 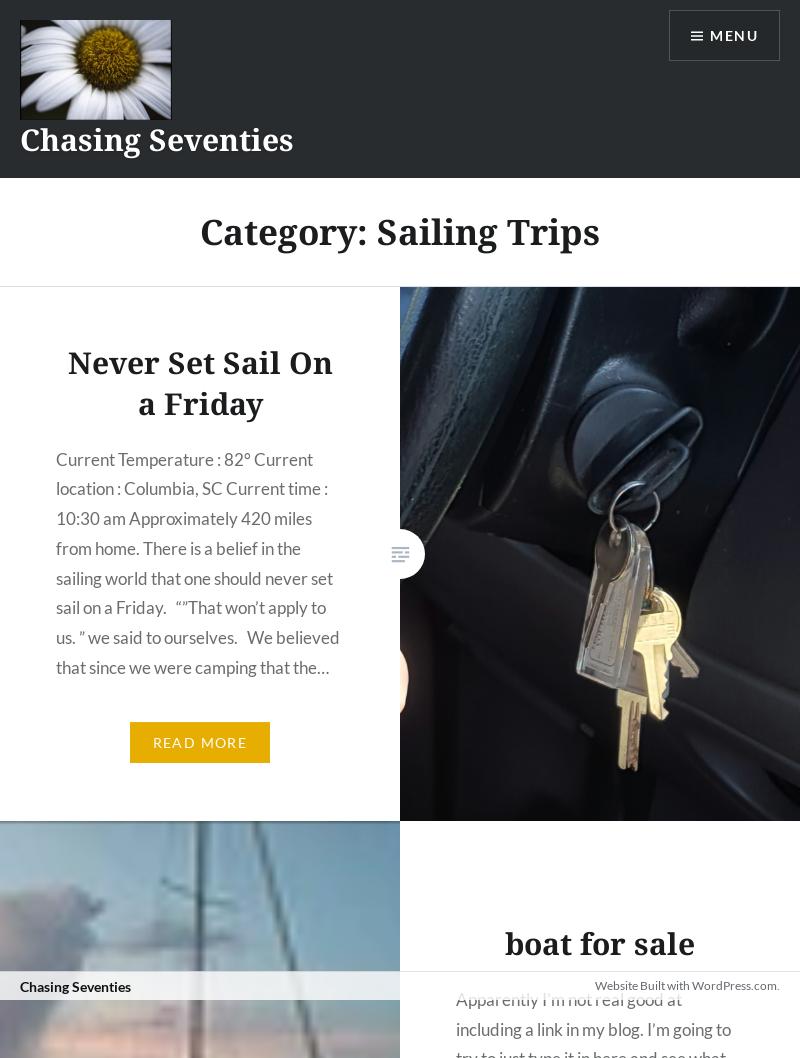 What do you see at coordinates (198, 382) in the screenshot?
I see `'Never Set Sail On a Friday'` at bounding box center [198, 382].